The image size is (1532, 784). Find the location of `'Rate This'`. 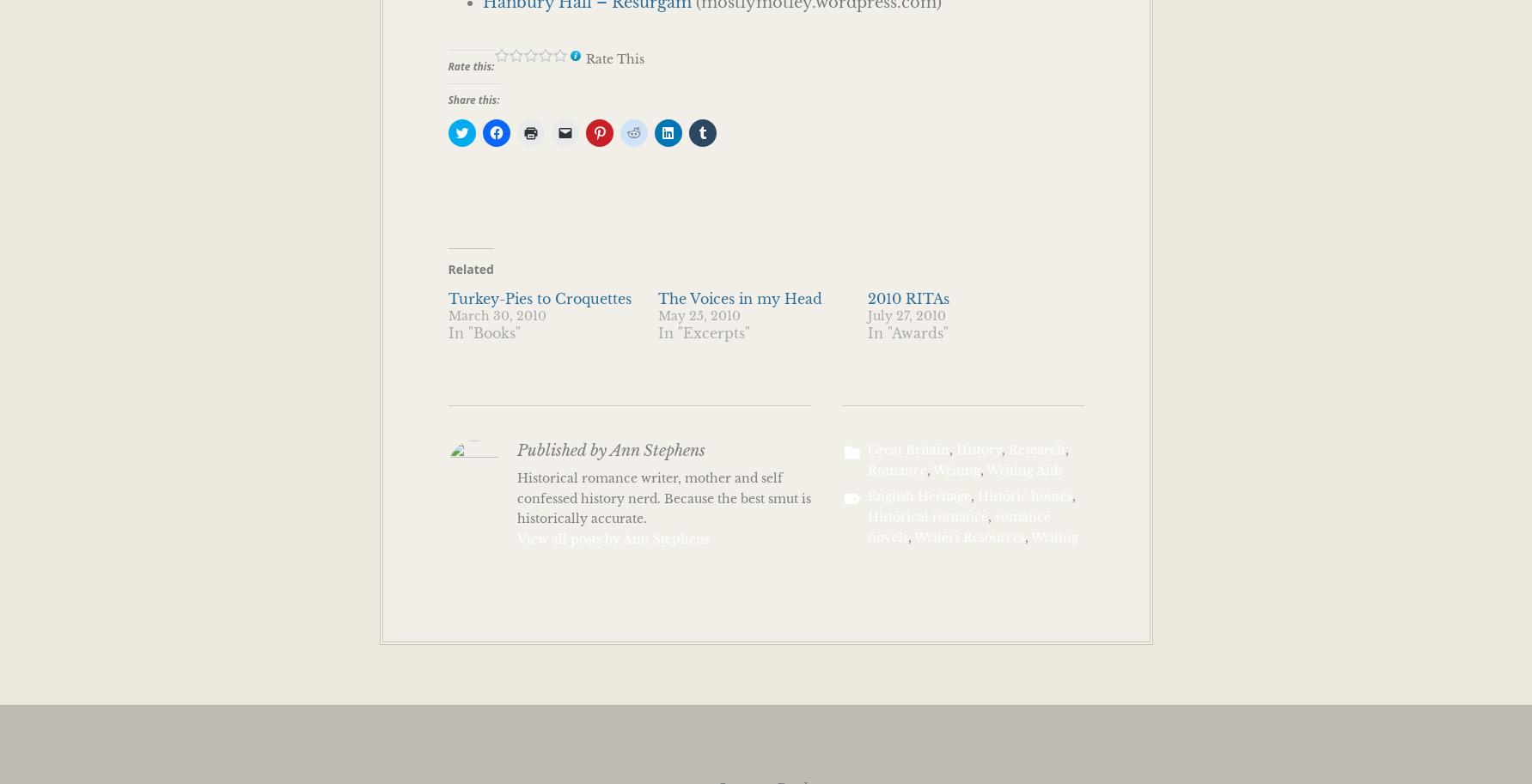

'Rate This' is located at coordinates (613, 58).